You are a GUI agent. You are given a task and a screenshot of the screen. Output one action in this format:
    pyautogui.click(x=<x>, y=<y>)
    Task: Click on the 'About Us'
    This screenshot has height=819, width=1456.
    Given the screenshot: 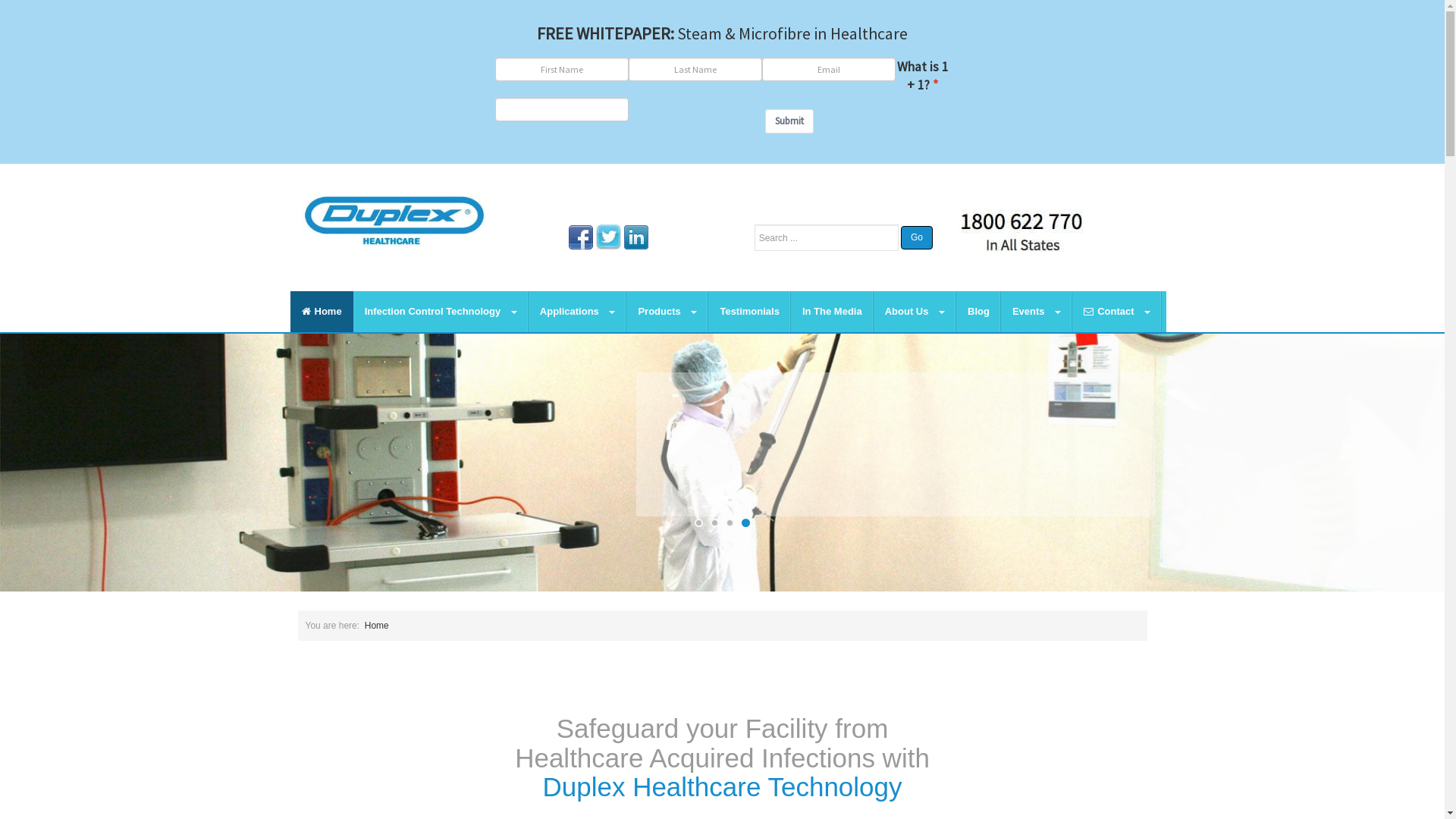 What is the action you would take?
    pyautogui.click(x=914, y=311)
    